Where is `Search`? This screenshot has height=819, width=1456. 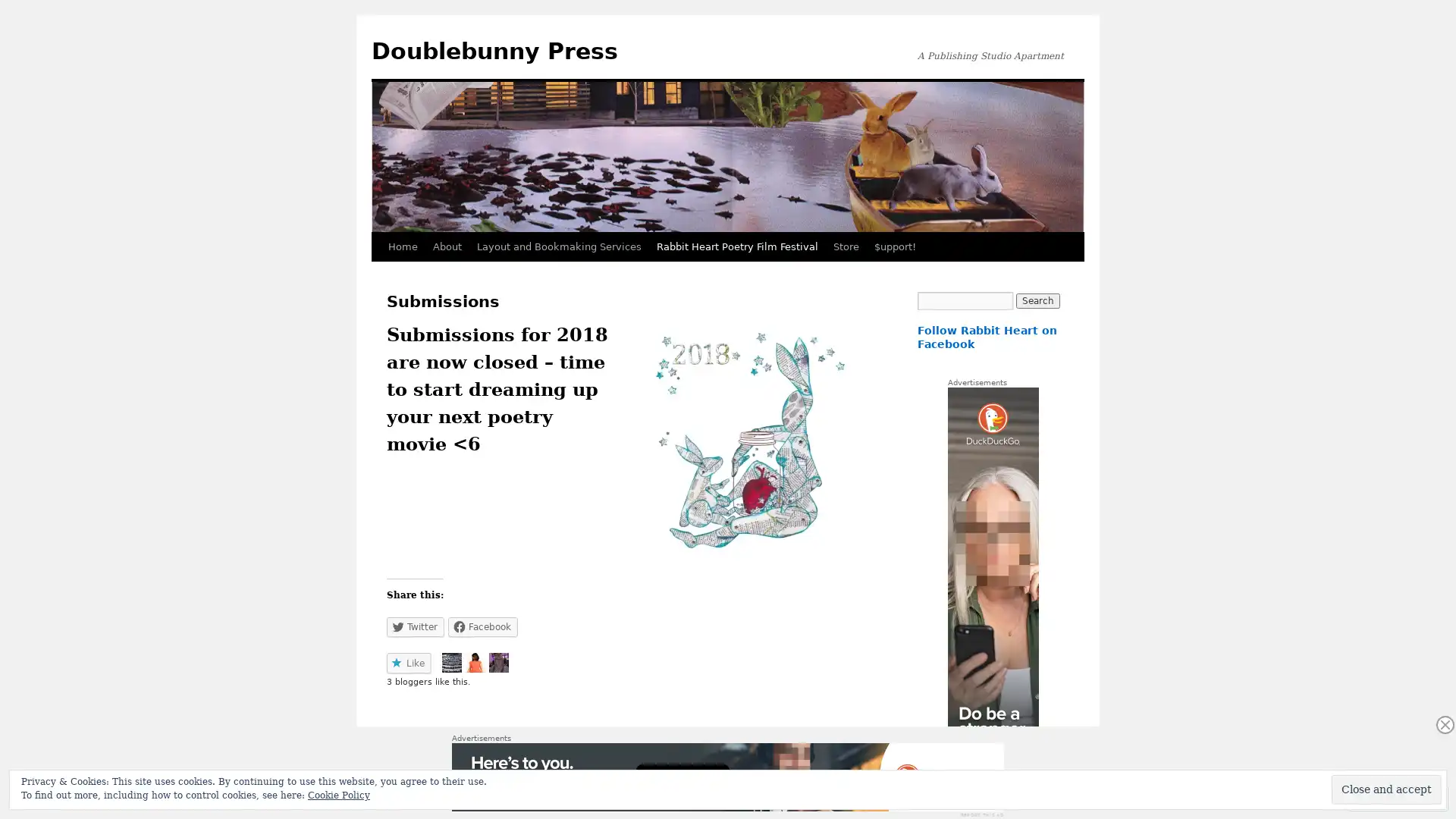
Search is located at coordinates (1037, 301).